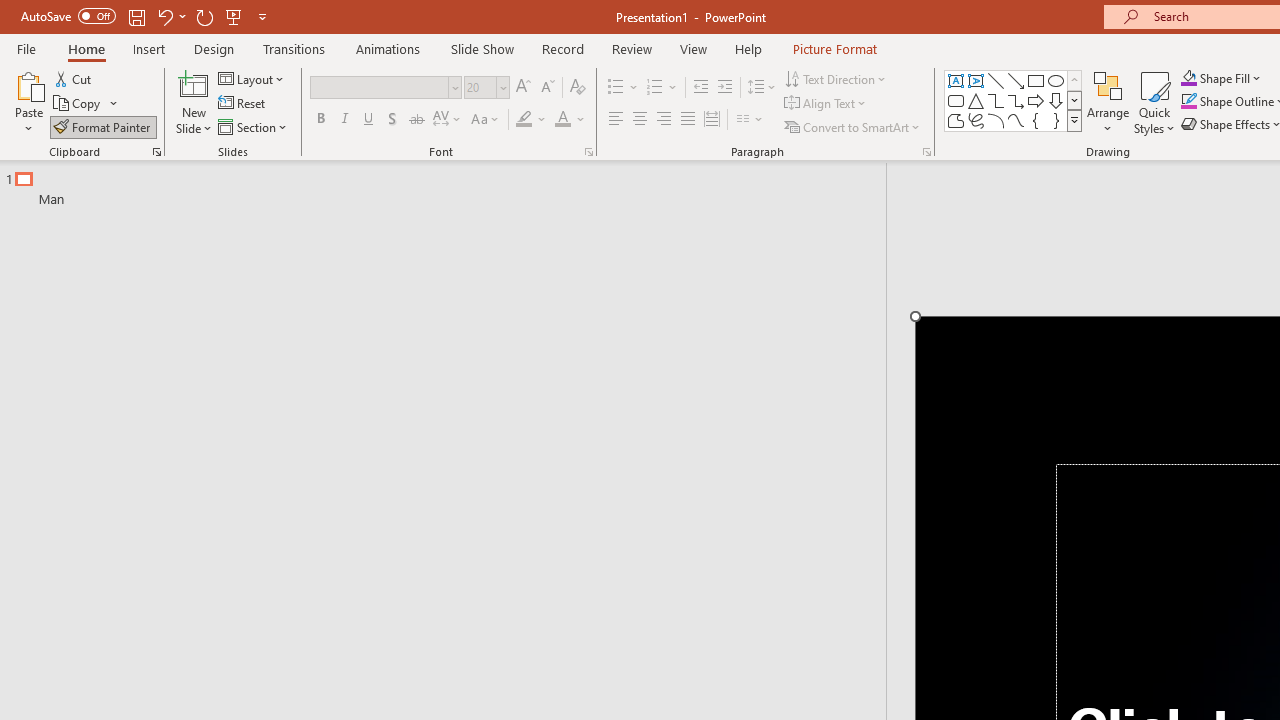 The image size is (1280, 720). Describe the element at coordinates (320, 119) in the screenshot. I see `'Bold'` at that location.